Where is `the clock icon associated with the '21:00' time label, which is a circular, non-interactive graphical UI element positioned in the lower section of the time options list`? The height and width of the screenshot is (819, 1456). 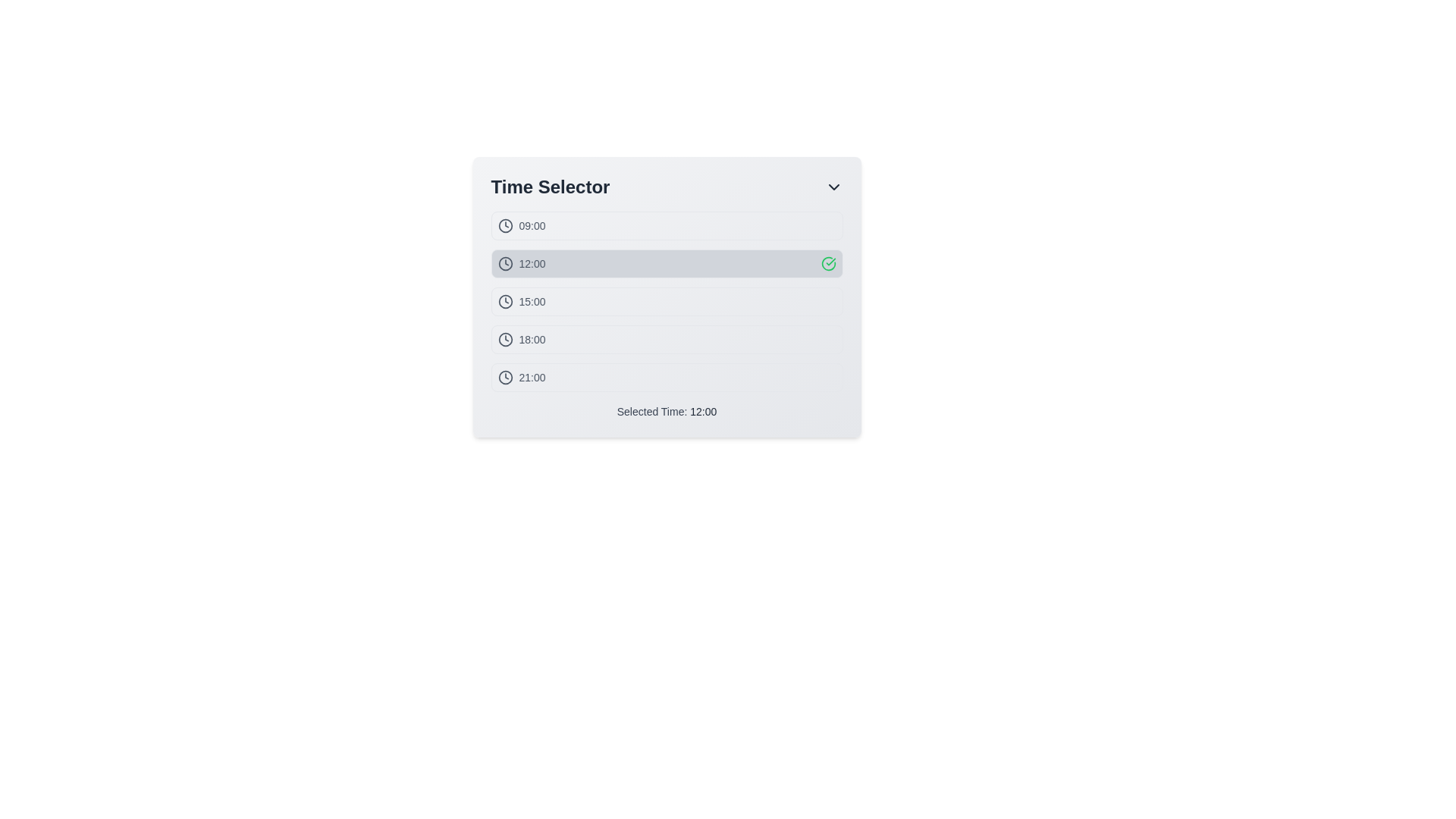
the clock icon associated with the '21:00' time label, which is a circular, non-interactive graphical UI element positioned in the lower section of the time options list is located at coordinates (505, 376).